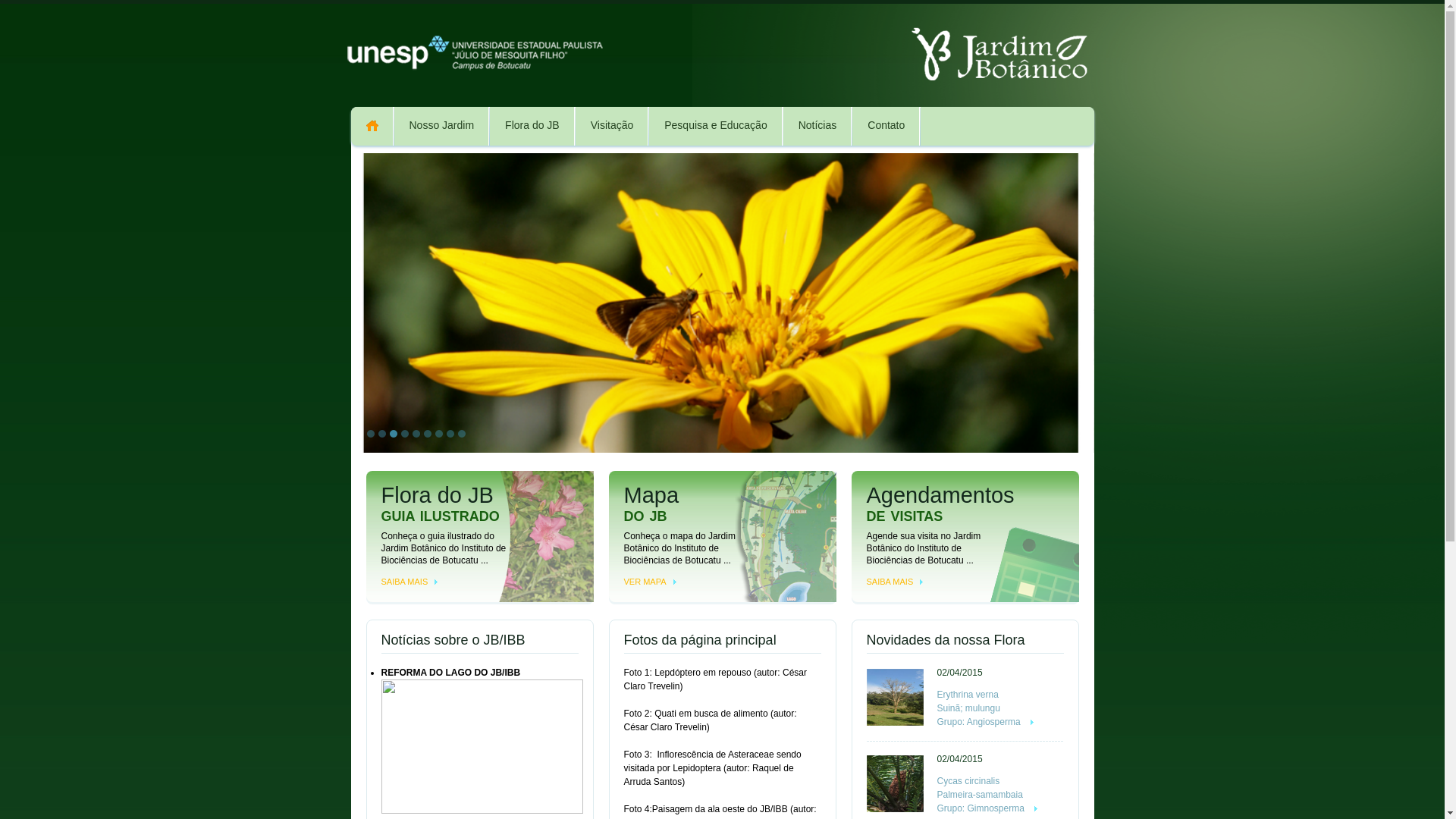 The width and height of the screenshot is (1456, 819). Describe the element at coordinates (461, 433) in the screenshot. I see `'9'` at that location.